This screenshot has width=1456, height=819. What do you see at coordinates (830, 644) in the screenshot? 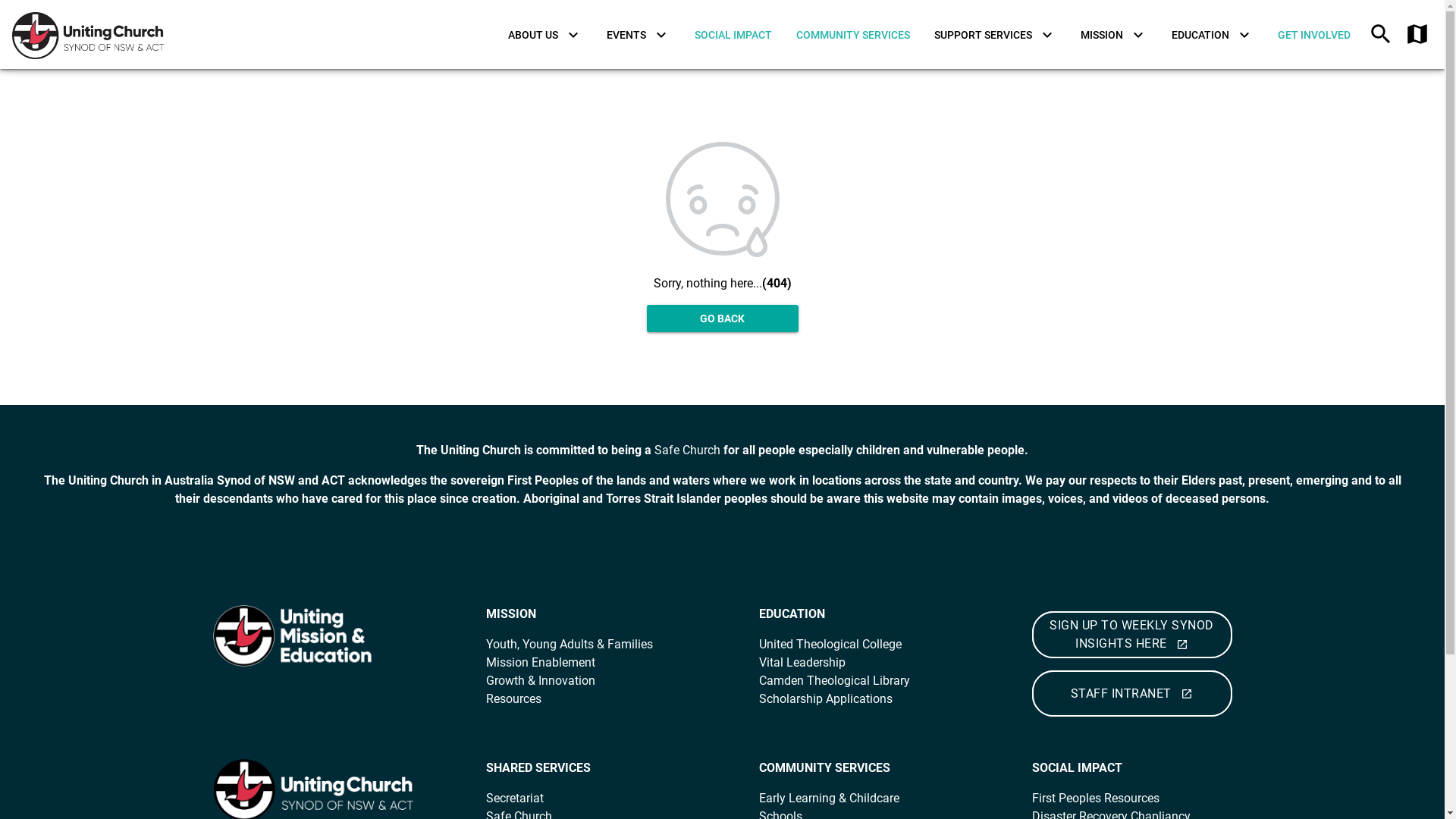
I see `'United Theological College '` at bounding box center [830, 644].